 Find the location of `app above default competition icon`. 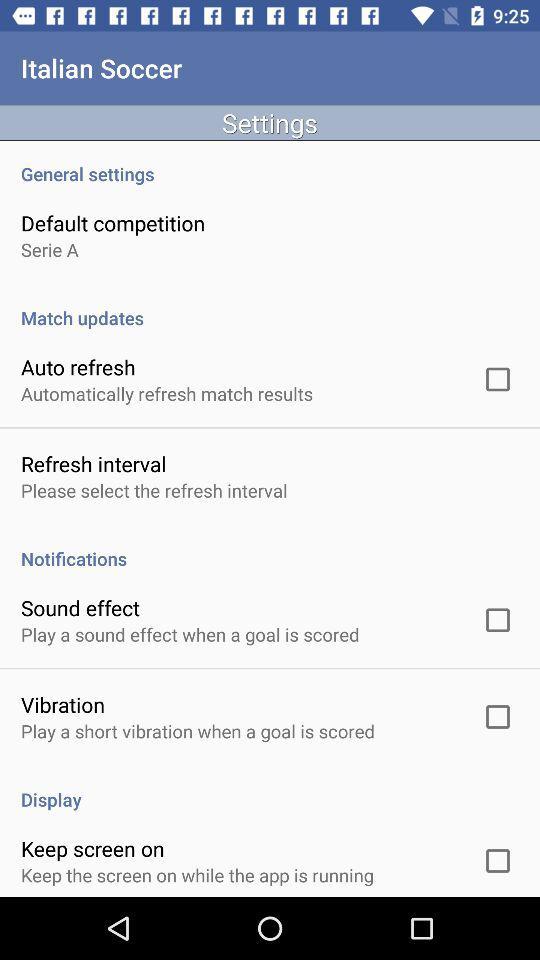

app above default competition icon is located at coordinates (270, 162).